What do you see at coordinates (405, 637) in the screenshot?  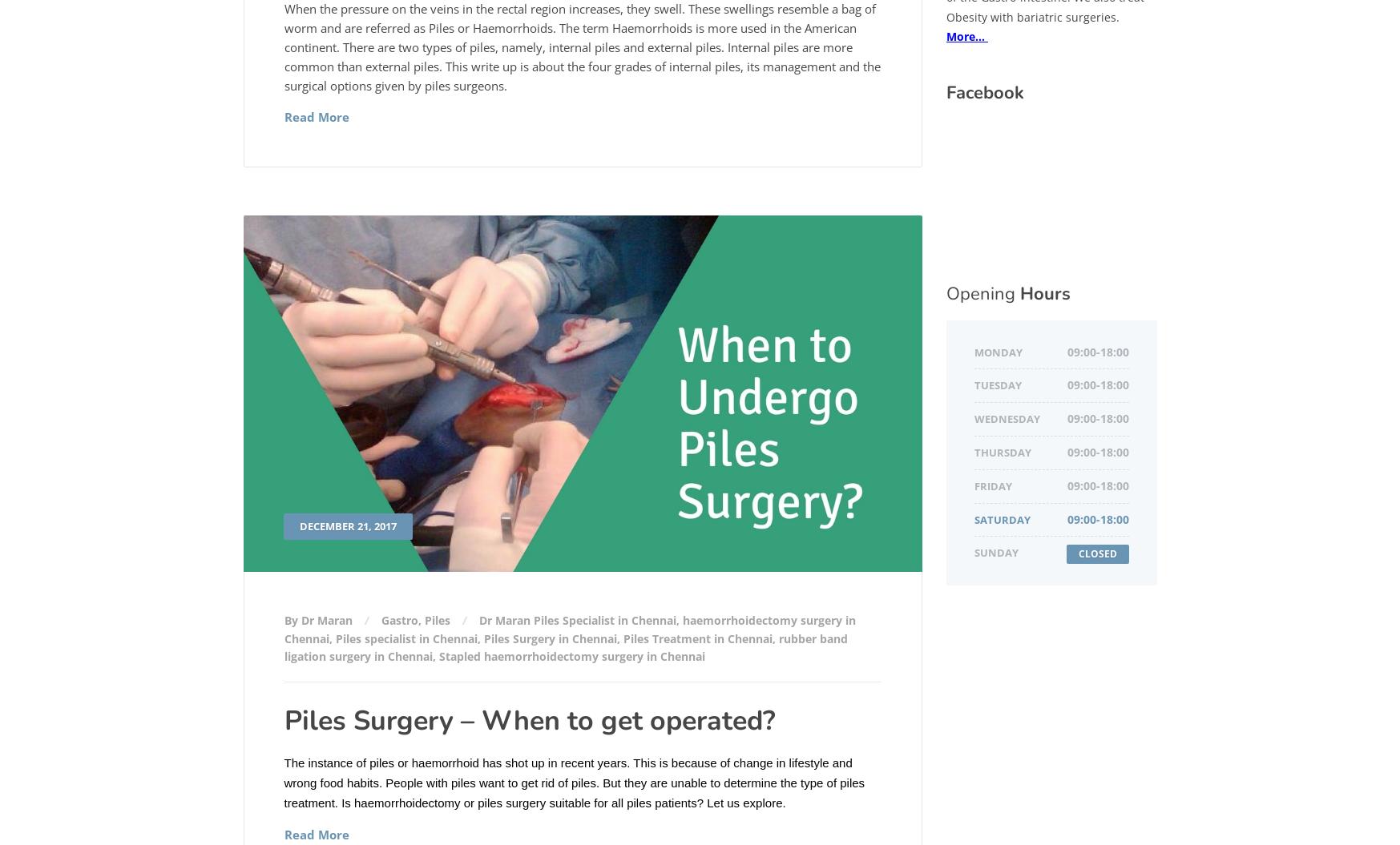 I see `'Piles specialist in Chennai'` at bounding box center [405, 637].